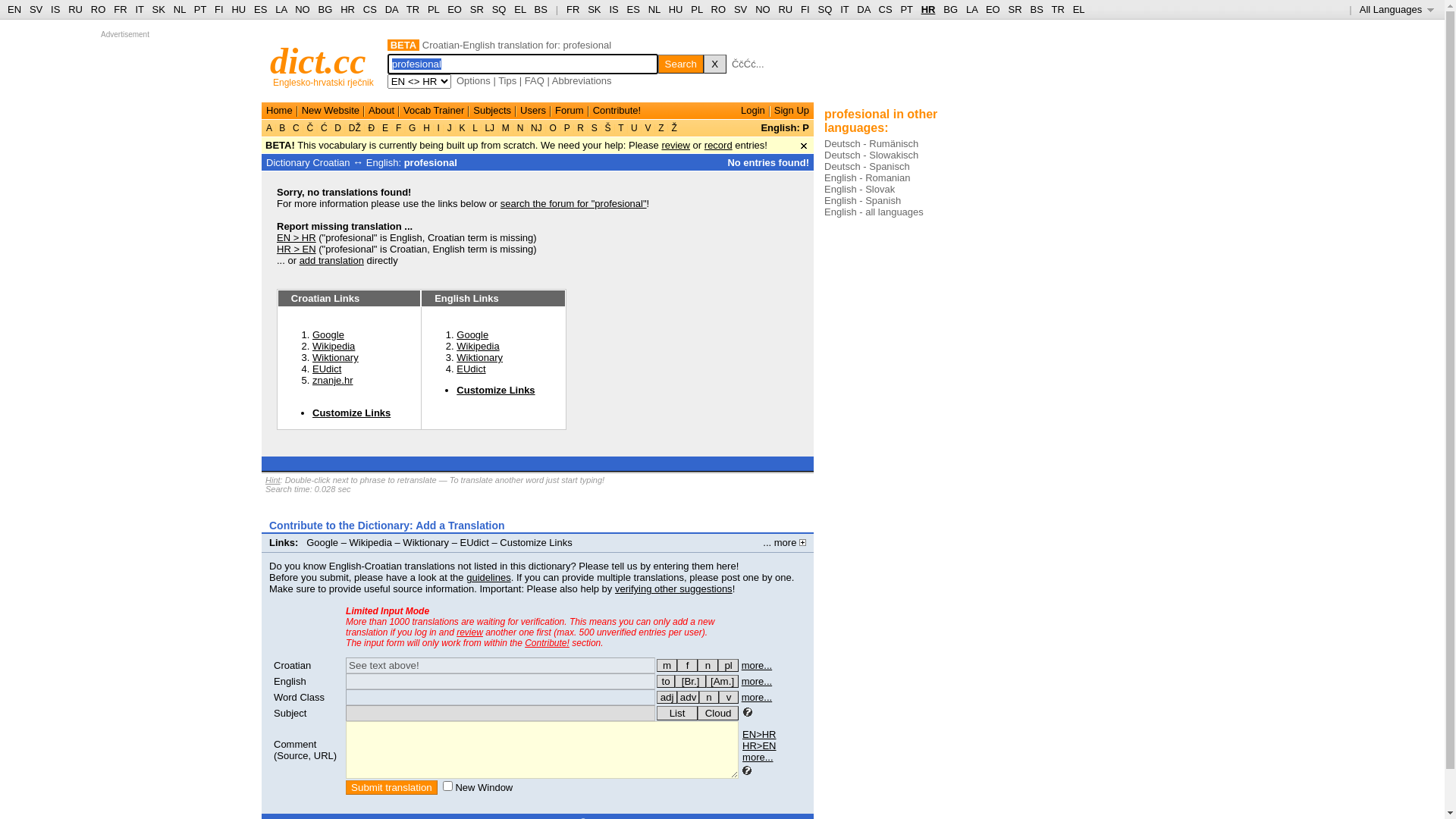  I want to click on 'EN>HR', so click(759, 733).